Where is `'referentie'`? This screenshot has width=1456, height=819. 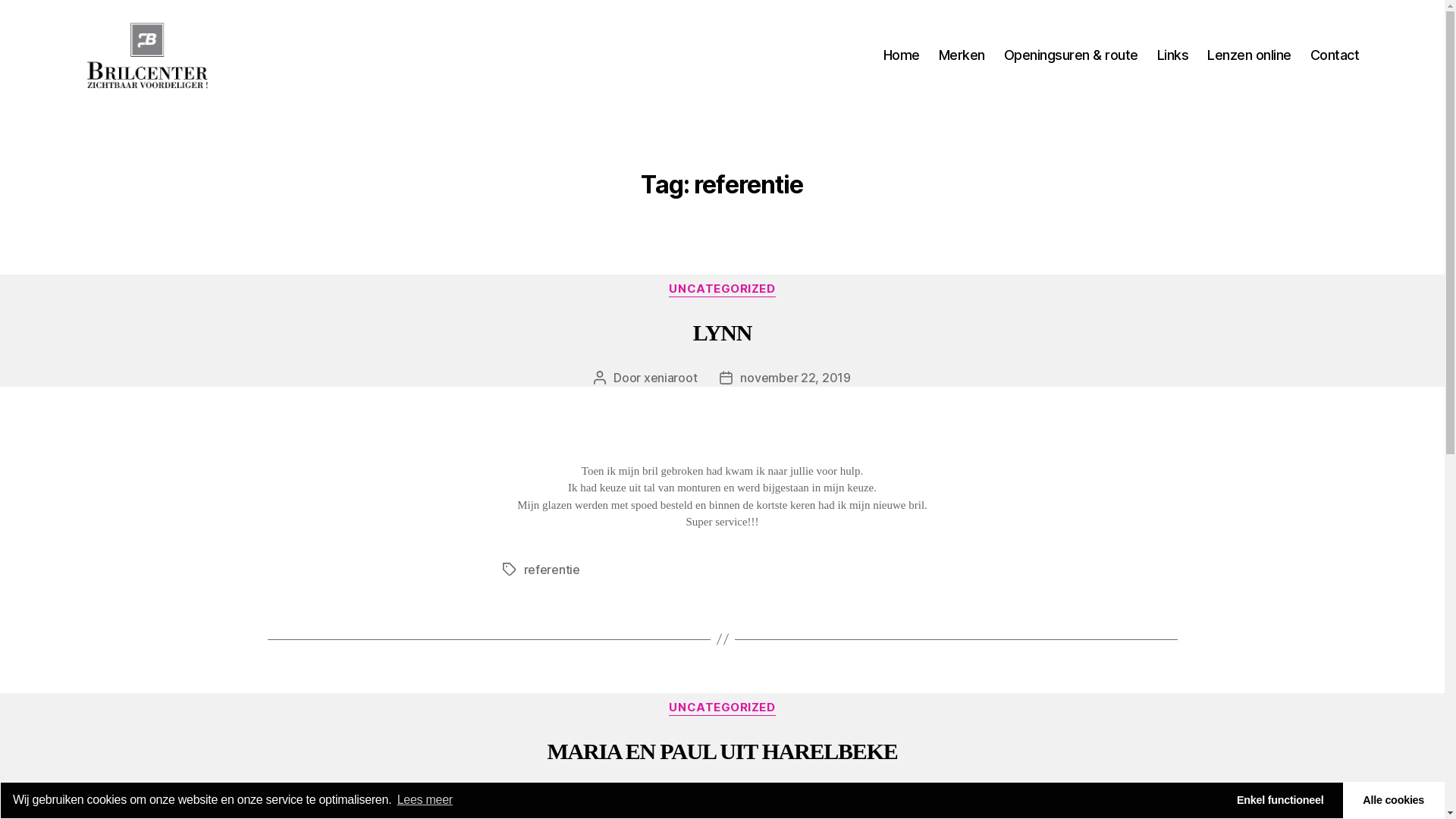 'referentie' is located at coordinates (550, 570).